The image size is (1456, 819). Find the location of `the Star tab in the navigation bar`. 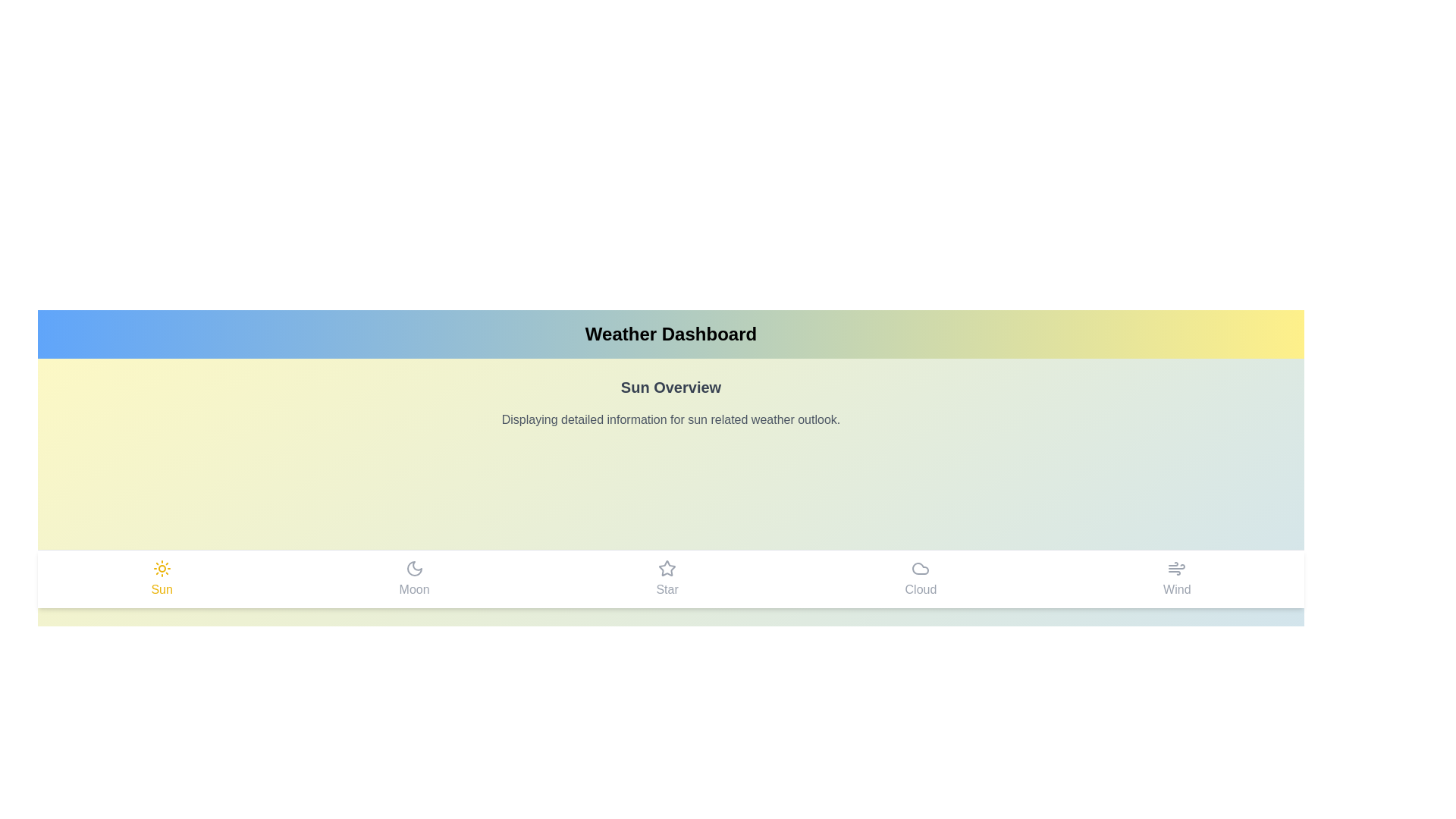

the Star tab in the navigation bar is located at coordinates (667, 579).